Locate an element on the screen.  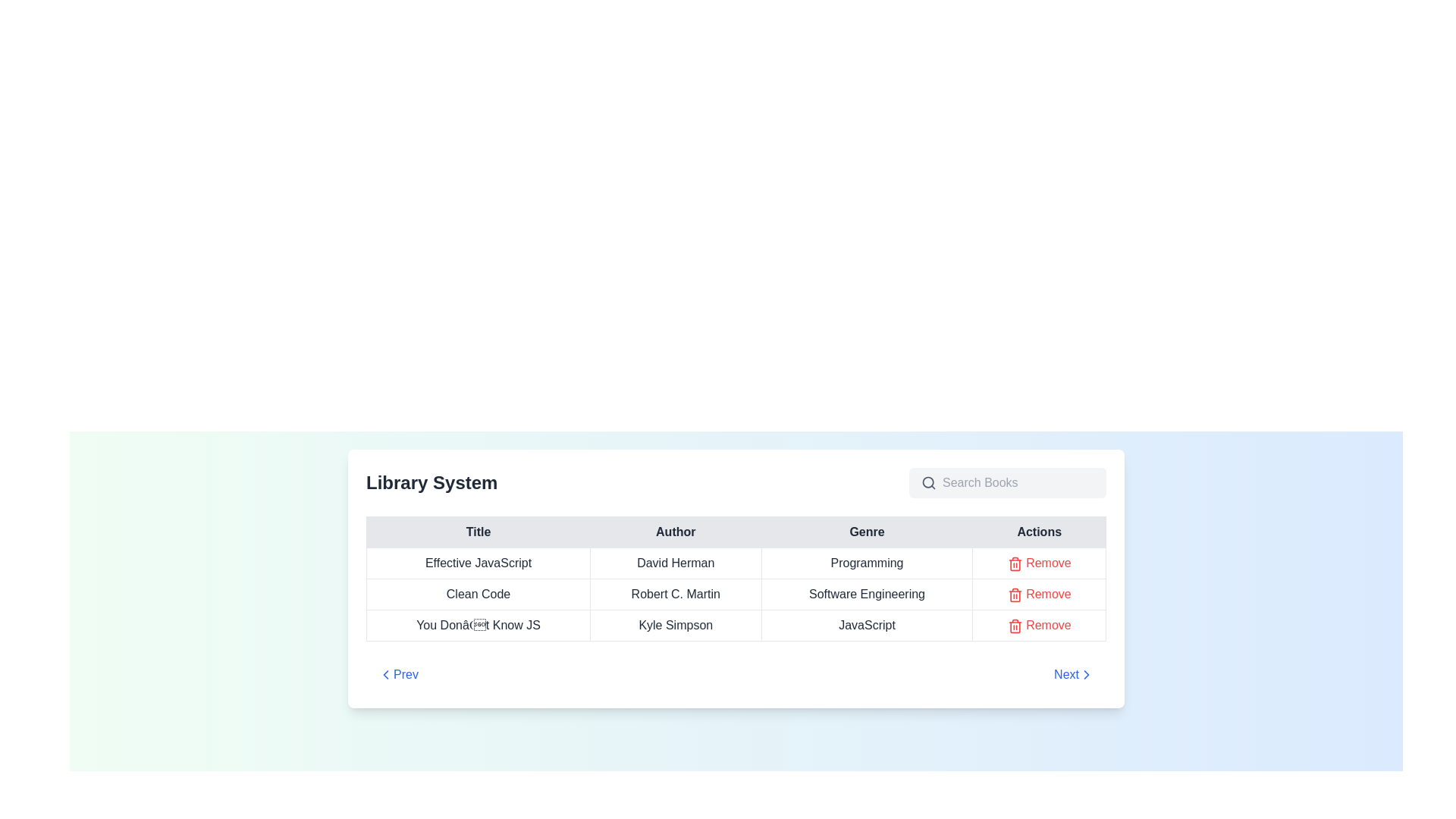
the trash bin icon located in the rightmost 'Actions' column of the table, adjacent to the row containing the book title 'You Don’t Know JS', which is the third instance of this icon/button is located at coordinates (1015, 627).